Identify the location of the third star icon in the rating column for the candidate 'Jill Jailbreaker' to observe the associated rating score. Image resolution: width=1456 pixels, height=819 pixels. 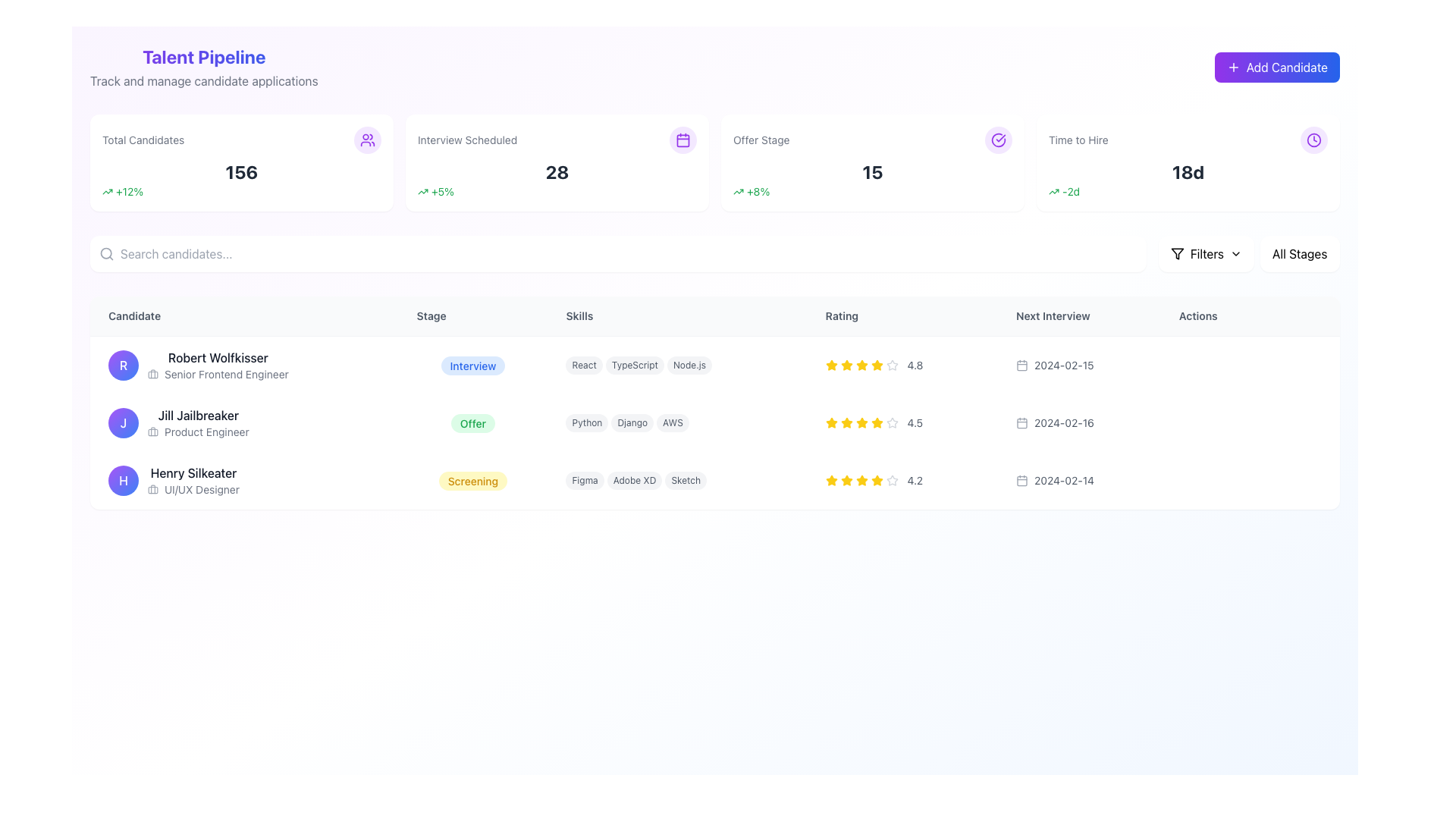
(846, 423).